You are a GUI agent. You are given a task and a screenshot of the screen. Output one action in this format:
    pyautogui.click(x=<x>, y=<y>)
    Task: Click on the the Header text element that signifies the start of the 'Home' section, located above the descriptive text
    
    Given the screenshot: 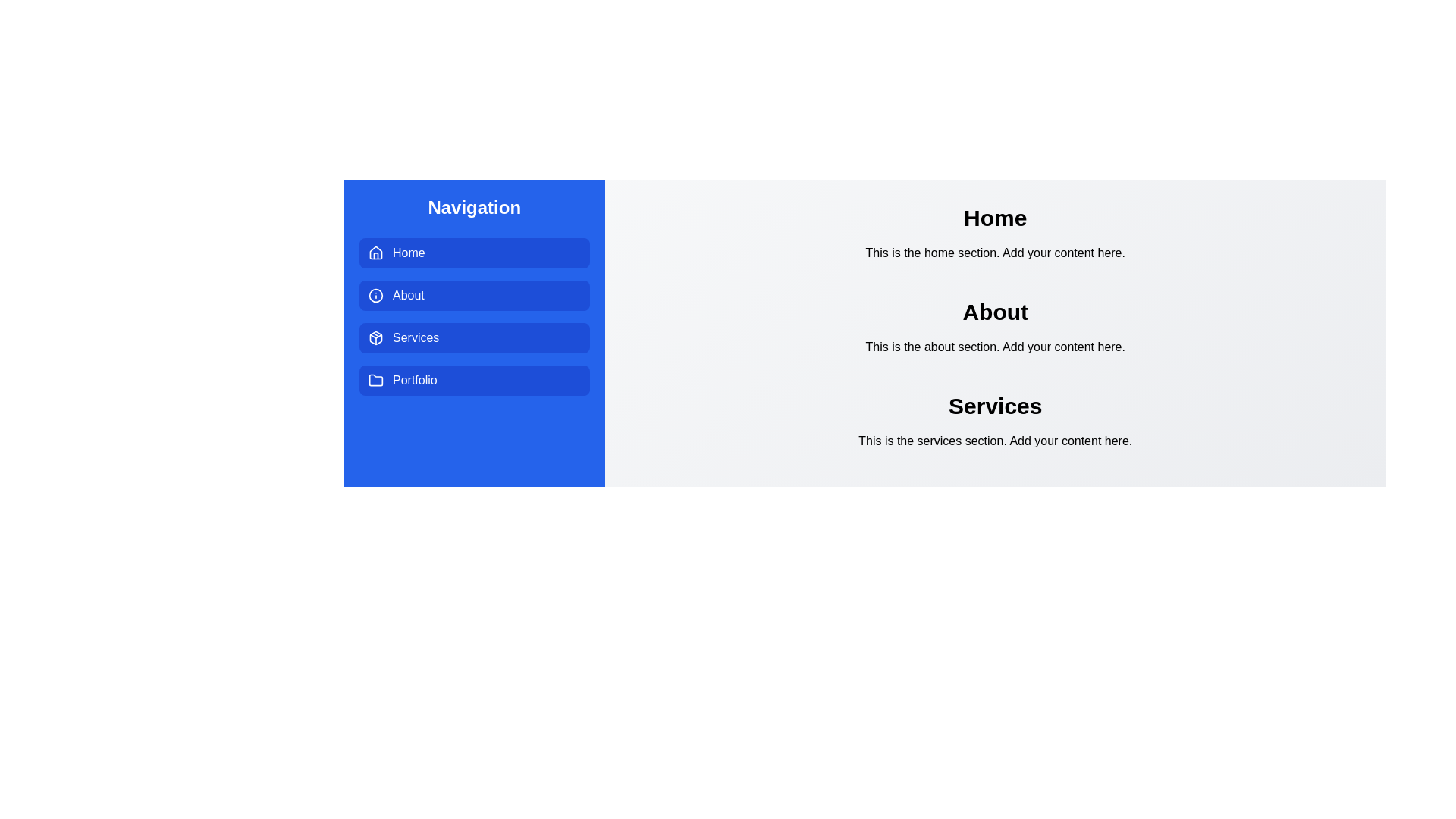 What is the action you would take?
    pyautogui.click(x=995, y=218)
    